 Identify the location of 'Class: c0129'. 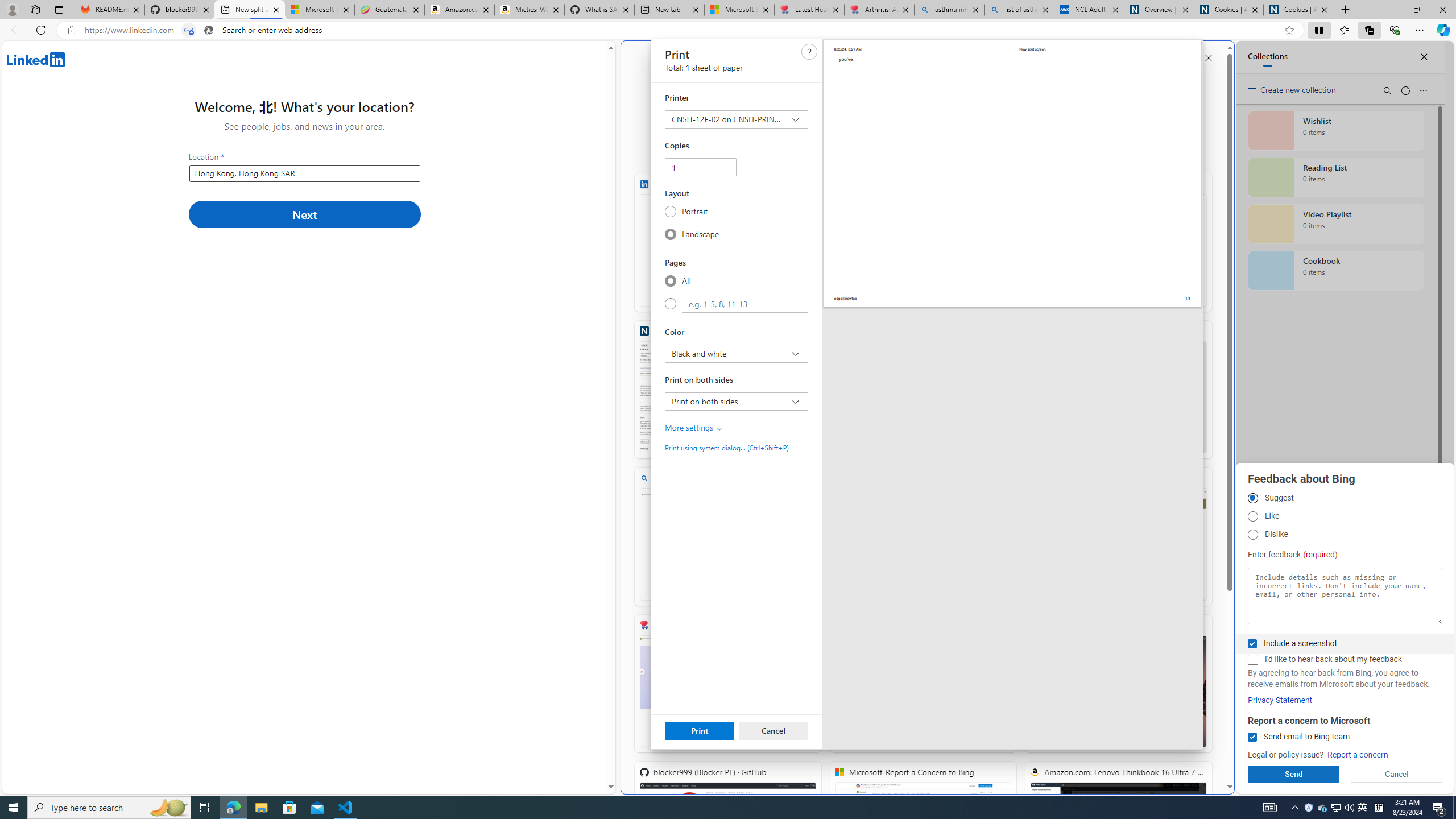
(809, 52).